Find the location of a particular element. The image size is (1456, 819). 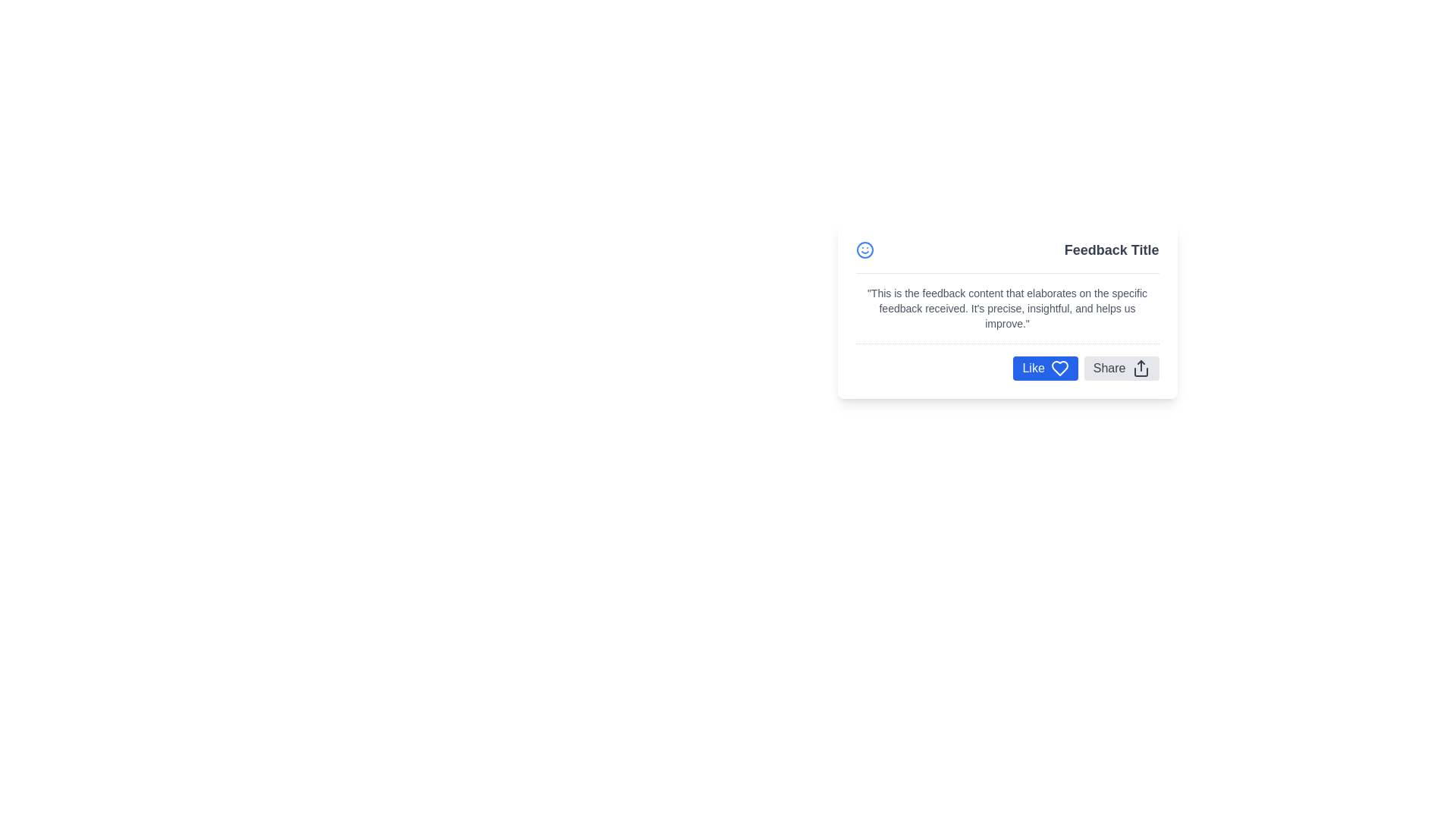

the share icon button, which is a modern, upward-pointing arrow within a rounded rectangular button labeled 'Share', located at the bottom right corner of the feedback card is located at coordinates (1141, 369).